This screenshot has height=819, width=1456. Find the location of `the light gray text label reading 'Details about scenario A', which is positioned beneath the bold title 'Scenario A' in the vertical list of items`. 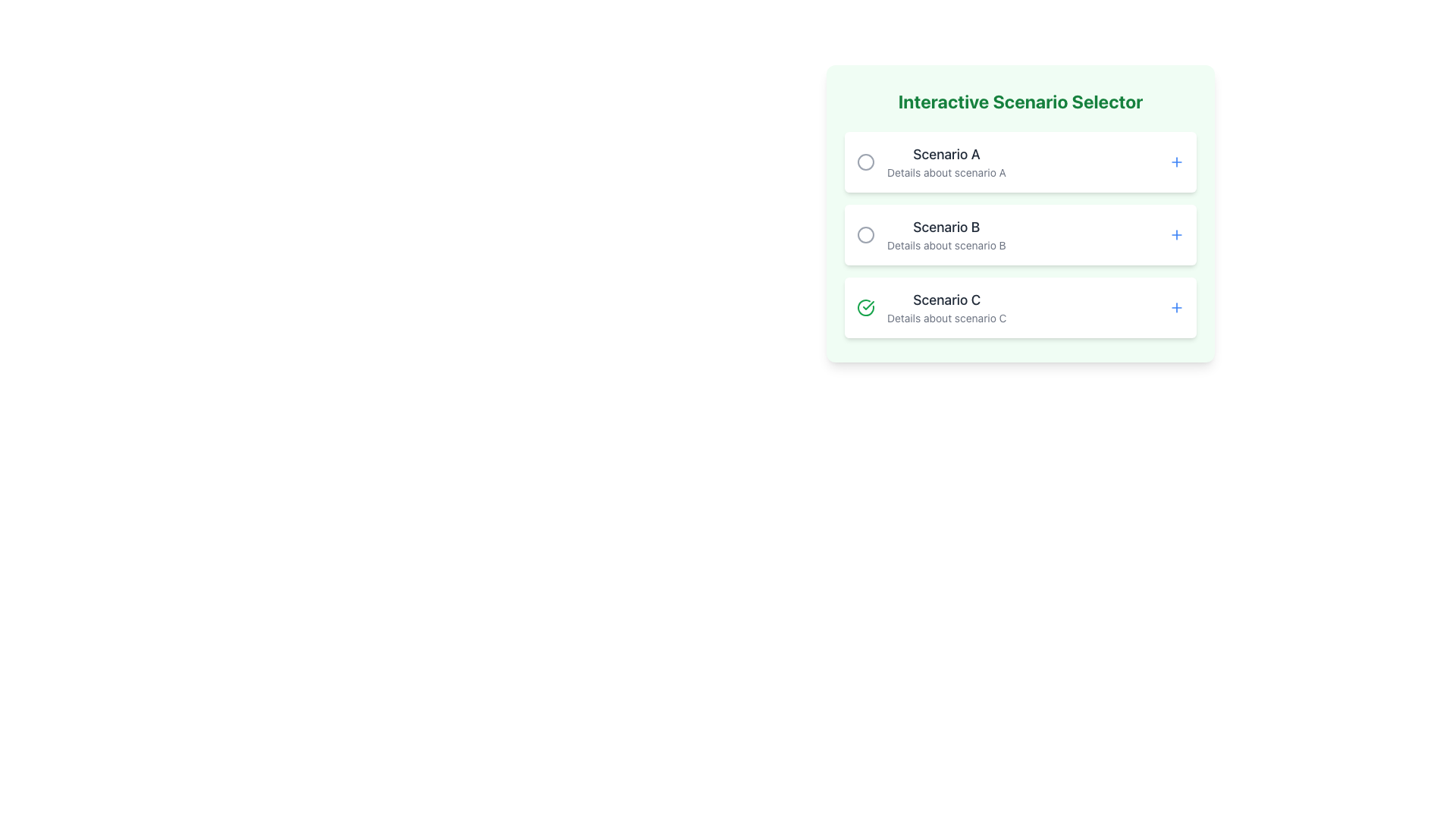

the light gray text label reading 'Details about scenario A', which is positioned beneath the bold title 'Scenario A' in the vertical list of items is located at coordinates (946, 171).